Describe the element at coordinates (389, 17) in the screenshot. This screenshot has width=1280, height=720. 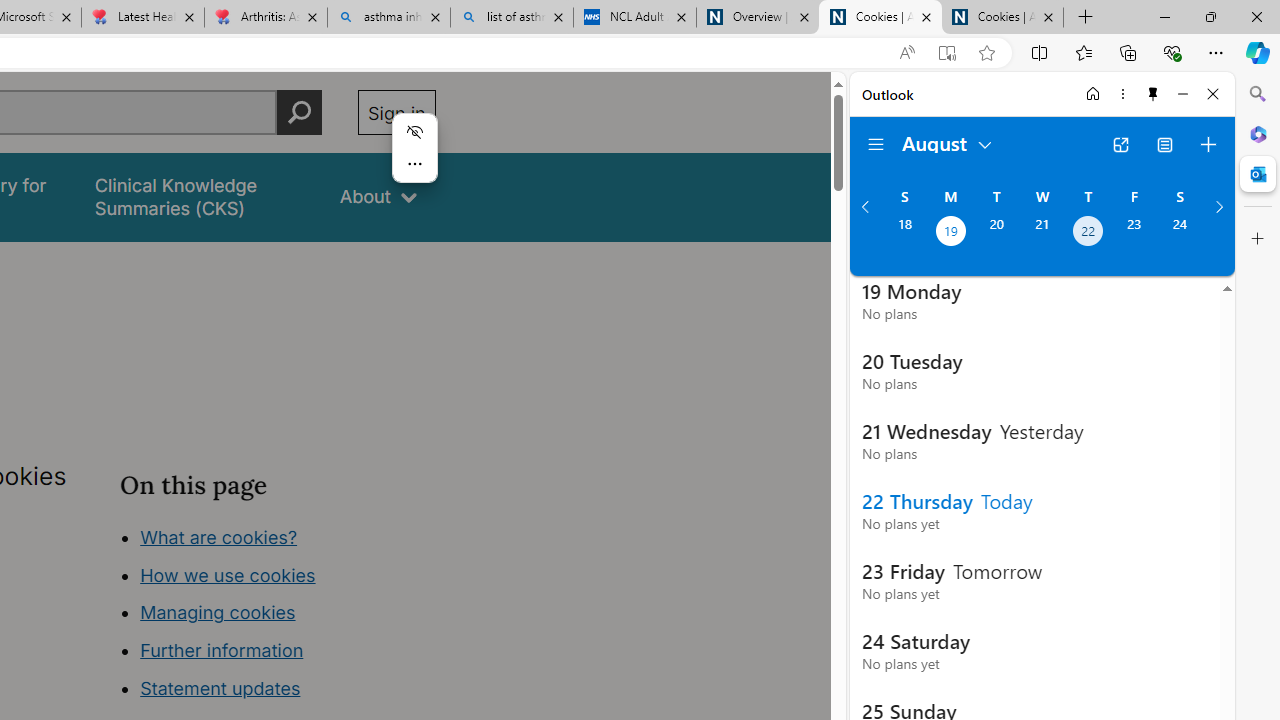
I see `'asthma inhaler - Search'` at that location.